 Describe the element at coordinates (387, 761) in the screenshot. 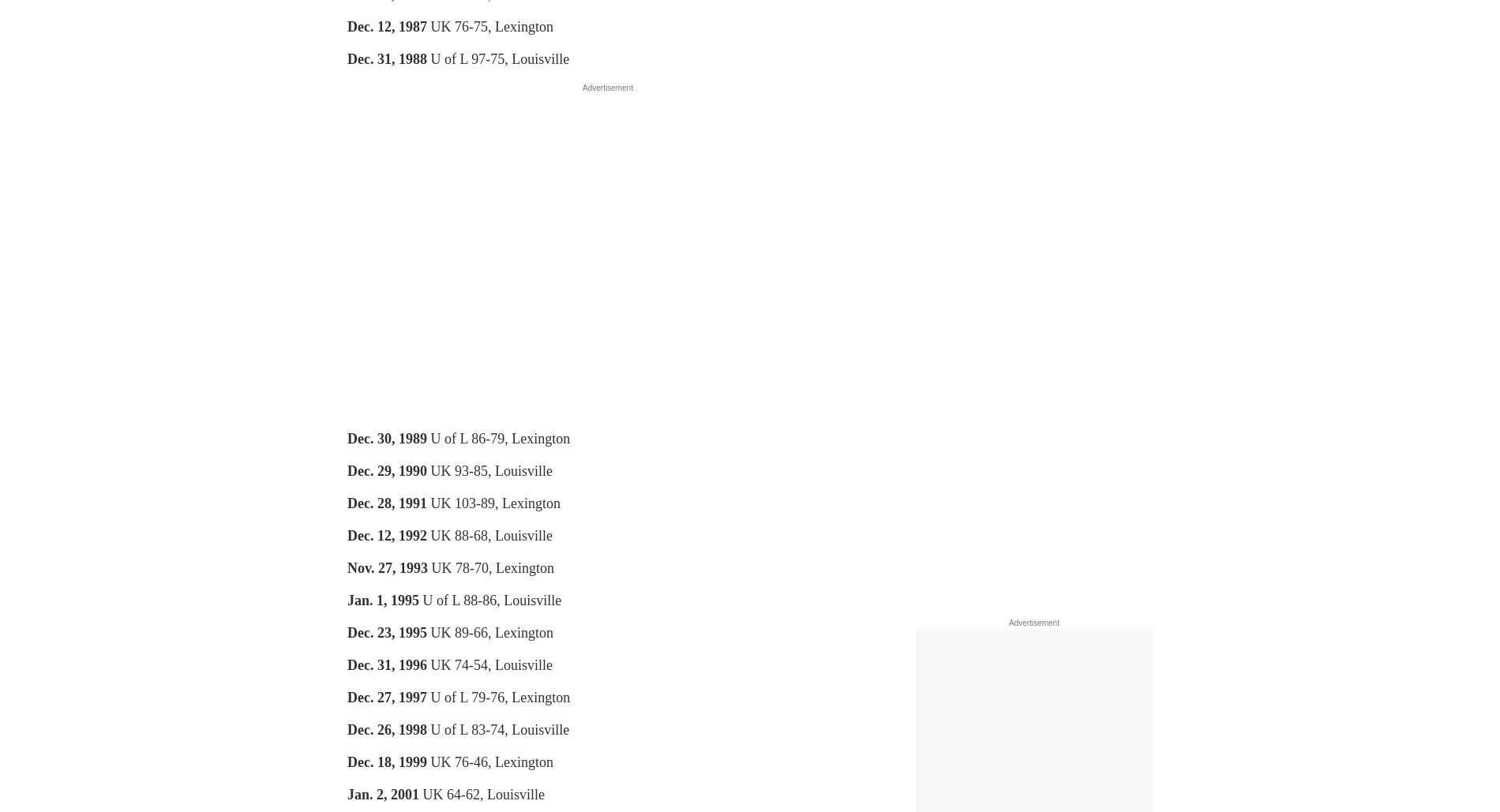

I see `'Dec. 18, 1999'` at that location.